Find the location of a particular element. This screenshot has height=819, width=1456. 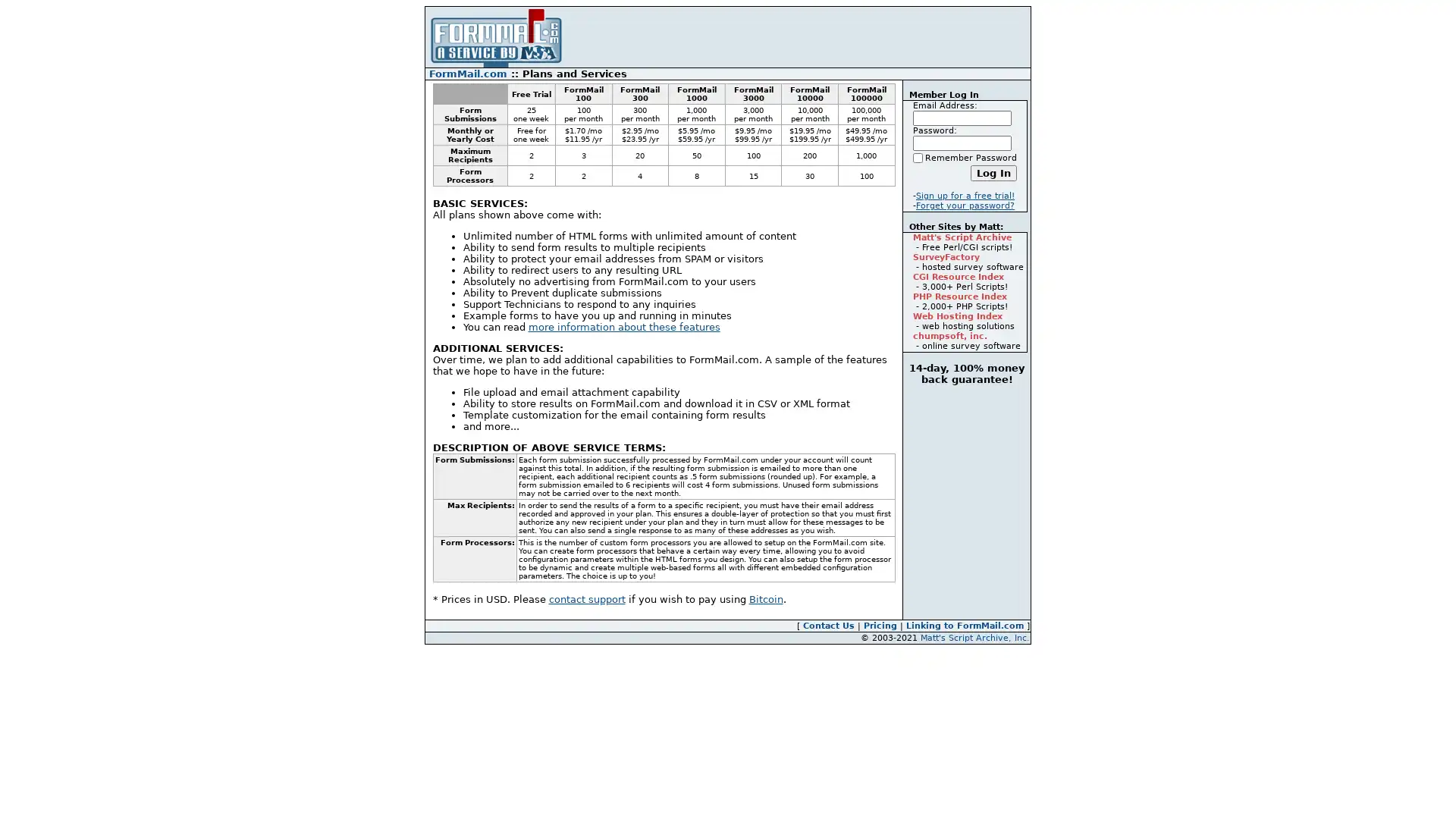

Log In is located at coordinates (993, 172).